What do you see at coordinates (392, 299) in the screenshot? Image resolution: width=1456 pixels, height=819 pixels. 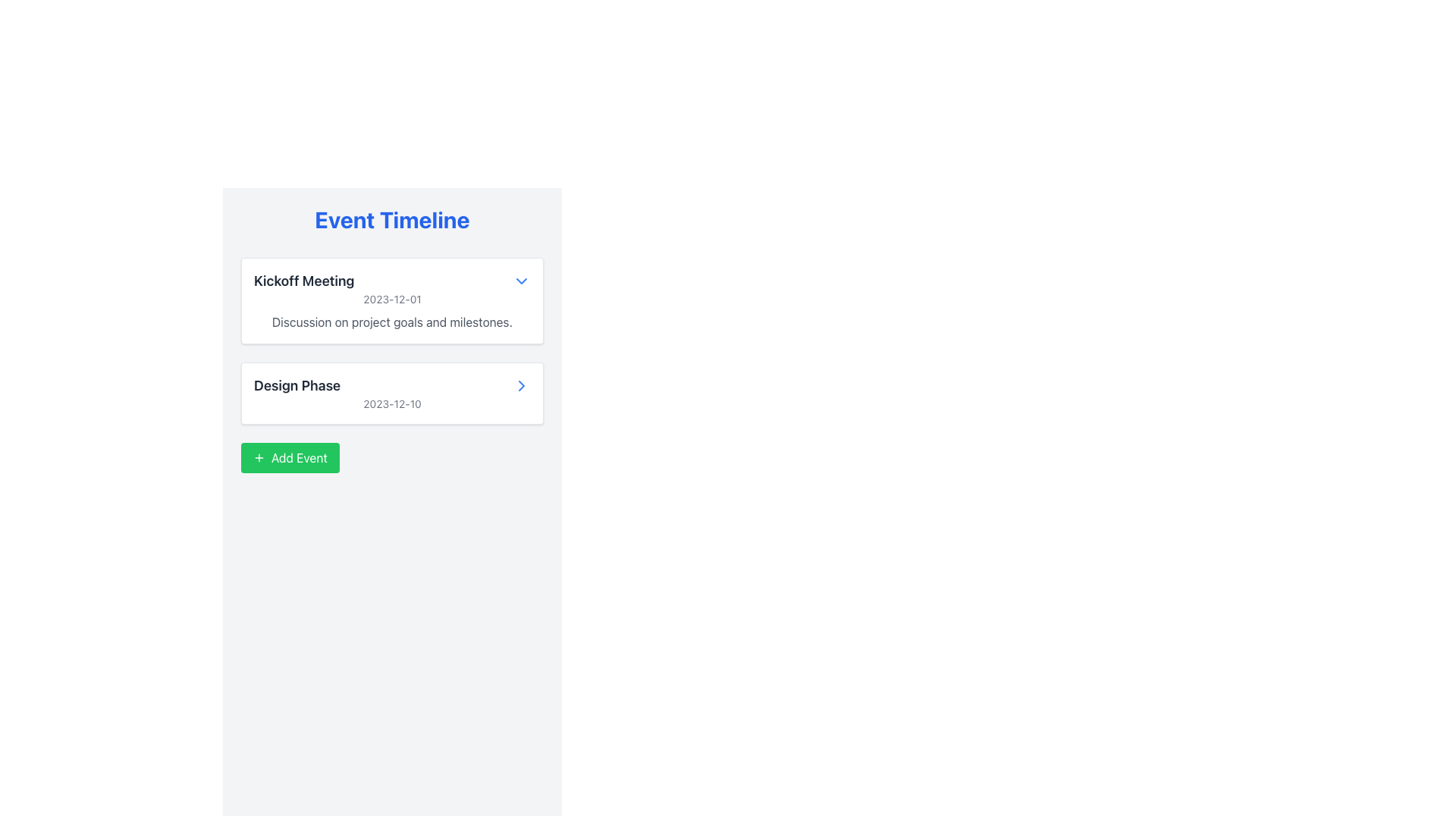 I see `the static text label that displays the scheduled date for the 'Kickoff Meeting', located below the event title and above the event description` at bounding box center [392, 299].